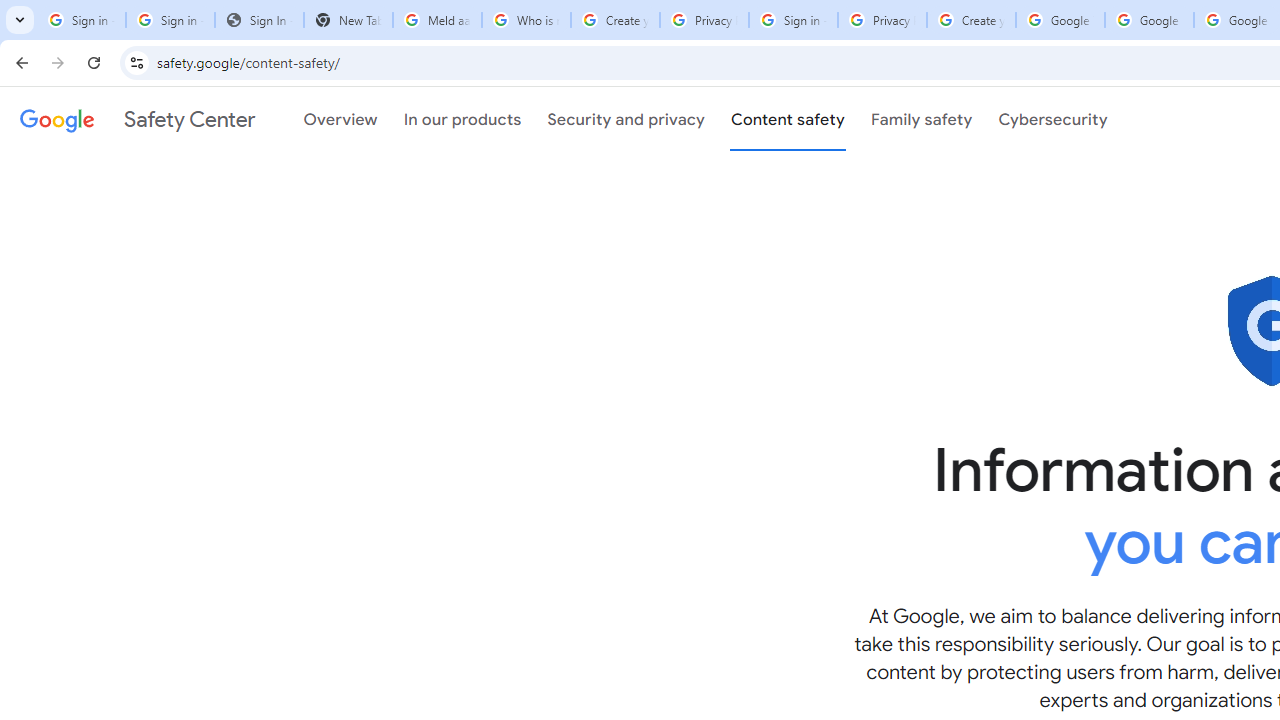  I want to click on 'Safety Center', so click(136, 119).